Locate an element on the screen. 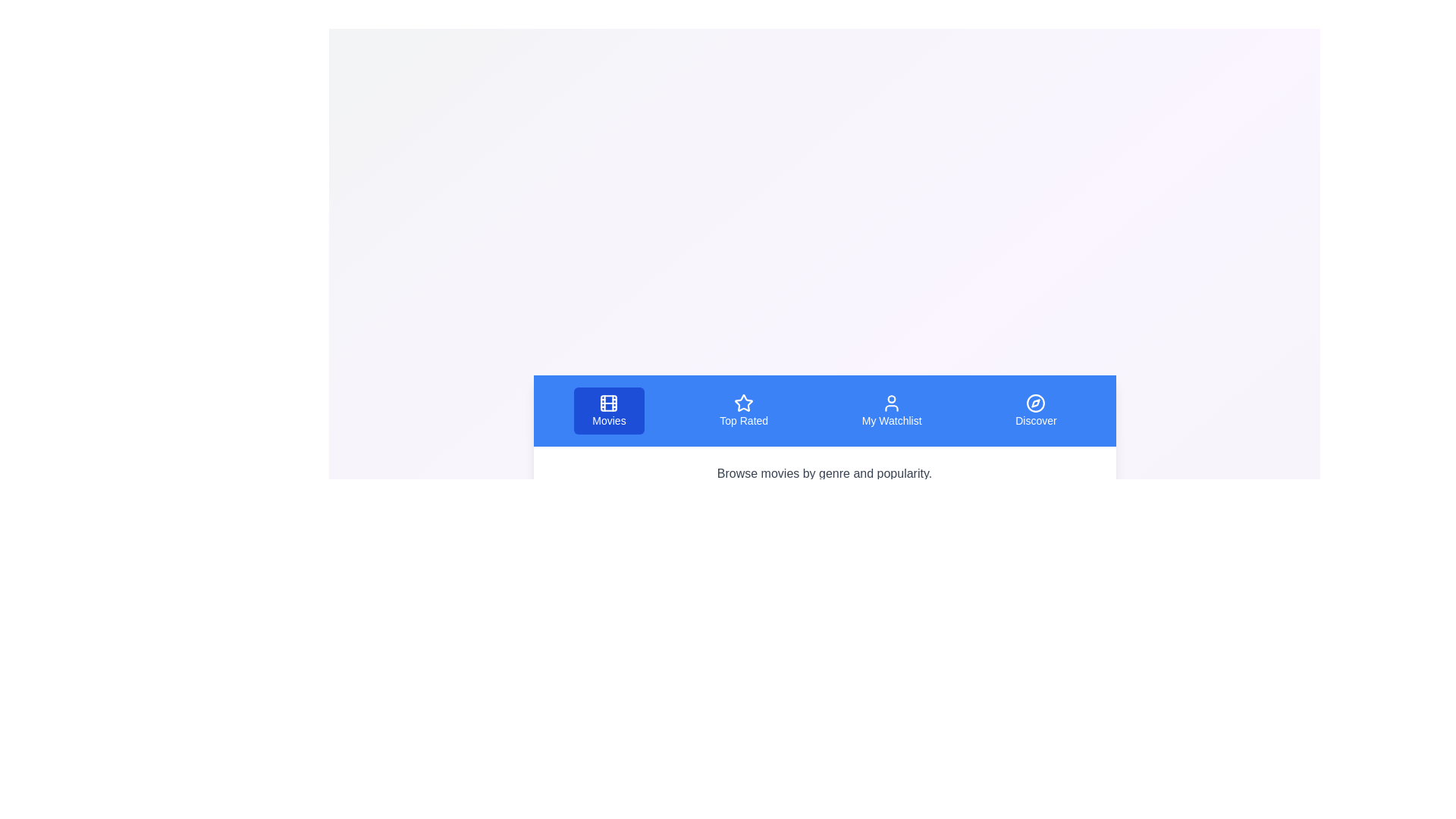 The image size is (1456, 819). the tab labeled Top Rated to view its content is located at coordinates (743, 411).